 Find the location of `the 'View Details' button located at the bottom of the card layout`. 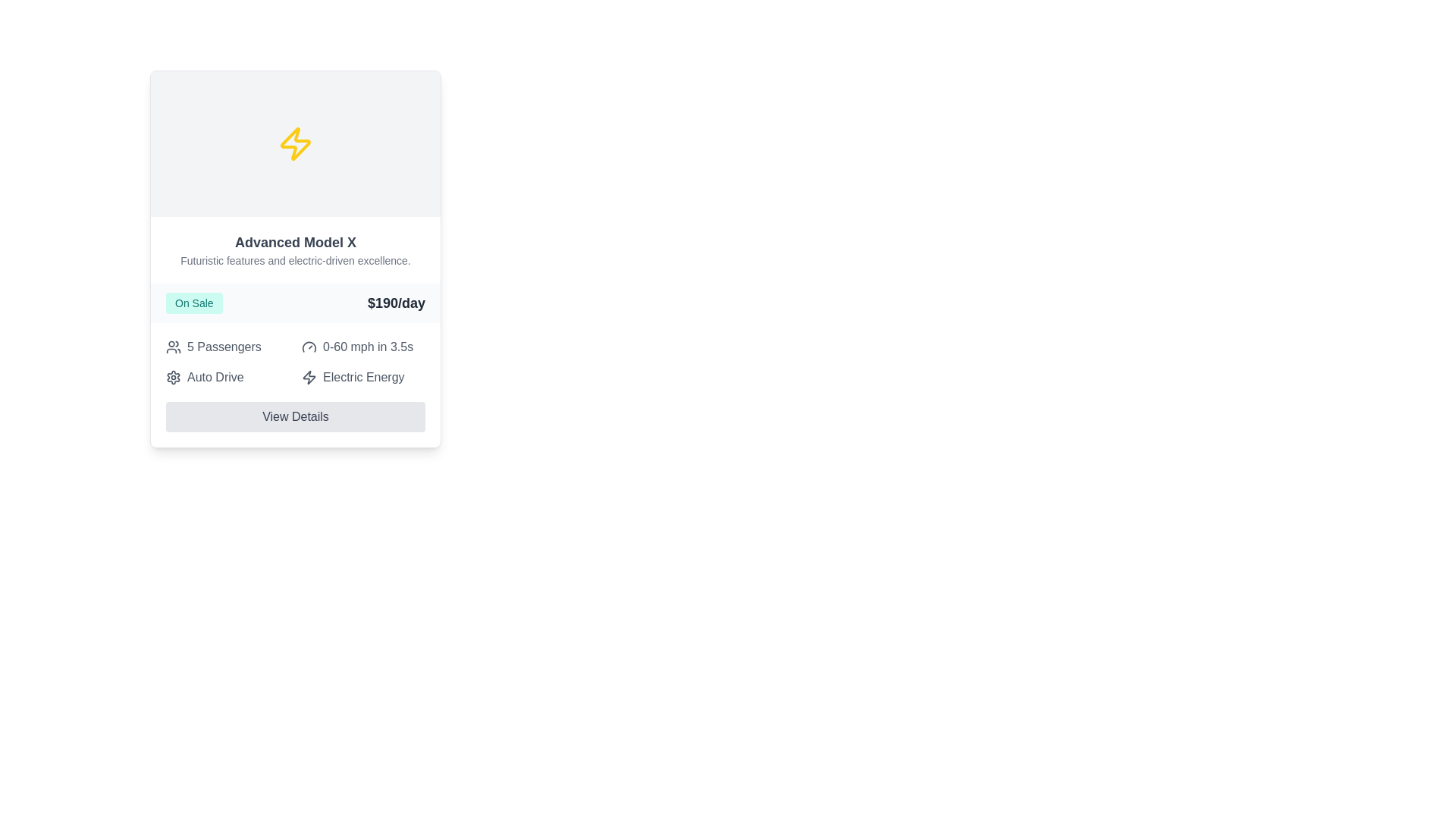

the 'View Details' button located at the bottom of the card layout is located at coordinates (295, 417).